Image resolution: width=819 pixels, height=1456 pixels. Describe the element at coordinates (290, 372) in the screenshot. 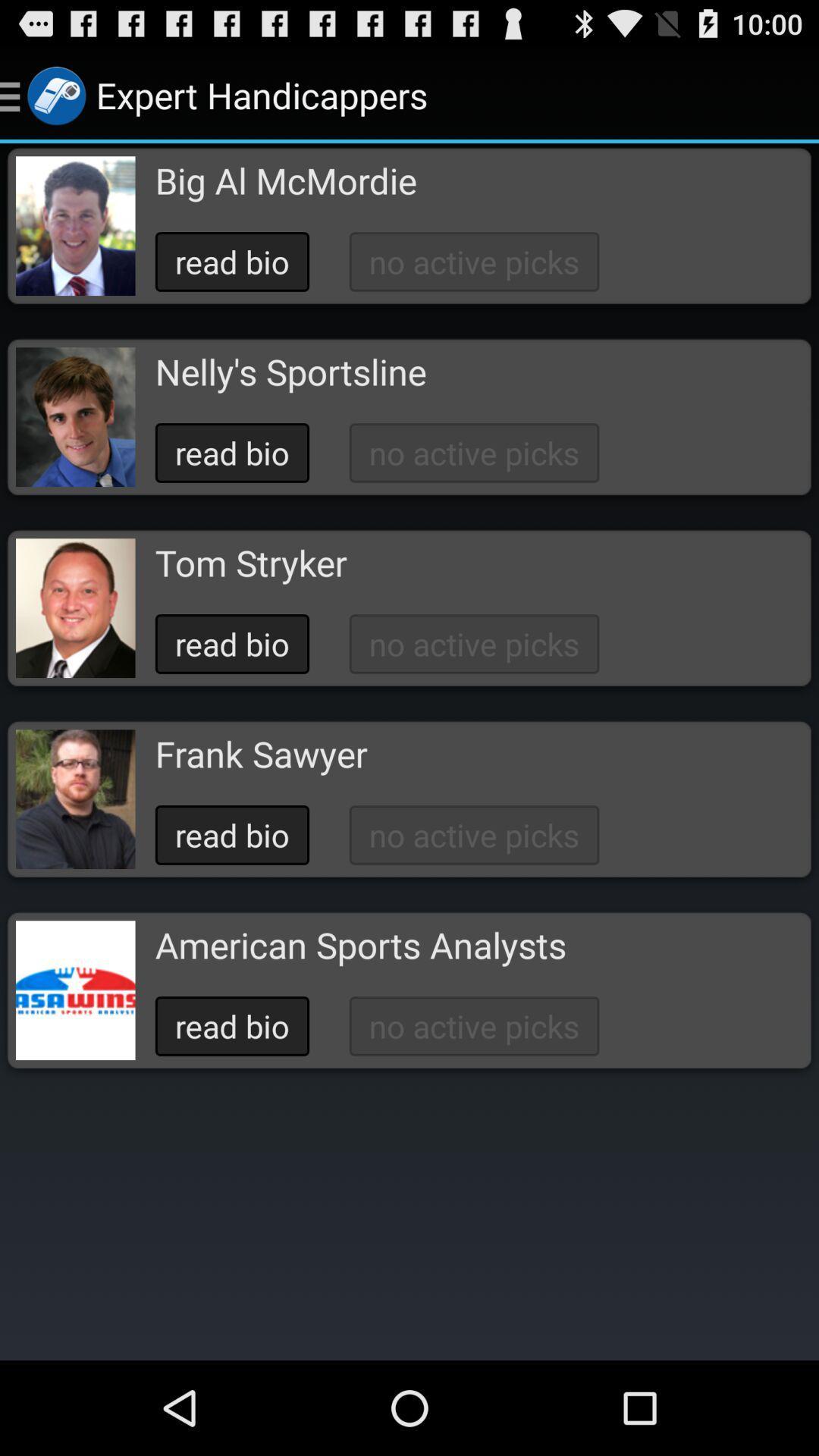

I see `the button below the read bio icon` at that location.